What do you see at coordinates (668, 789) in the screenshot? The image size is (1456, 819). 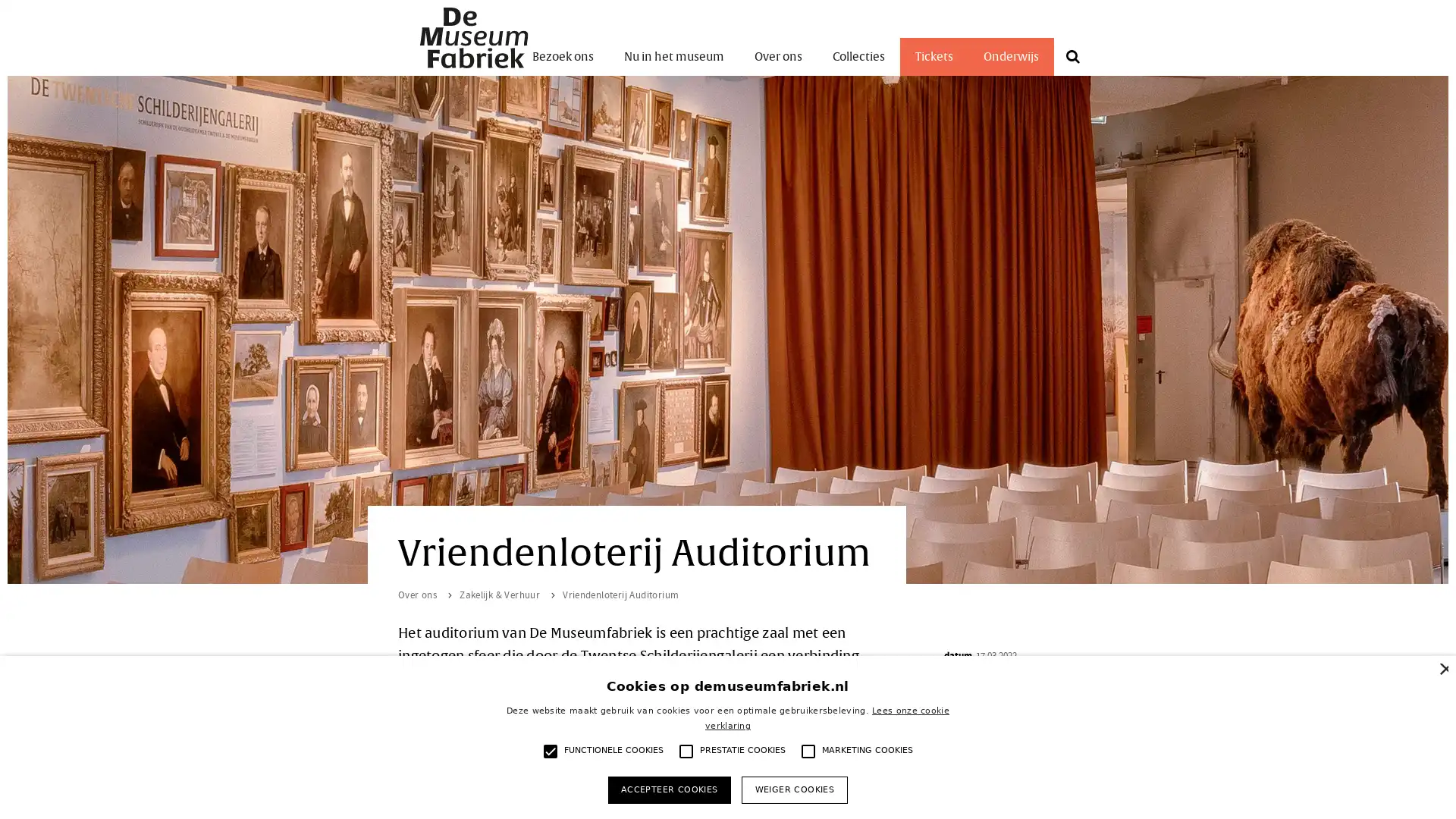 I see `ACCEPTEER COOKIES` at bounding box center [668, 789].